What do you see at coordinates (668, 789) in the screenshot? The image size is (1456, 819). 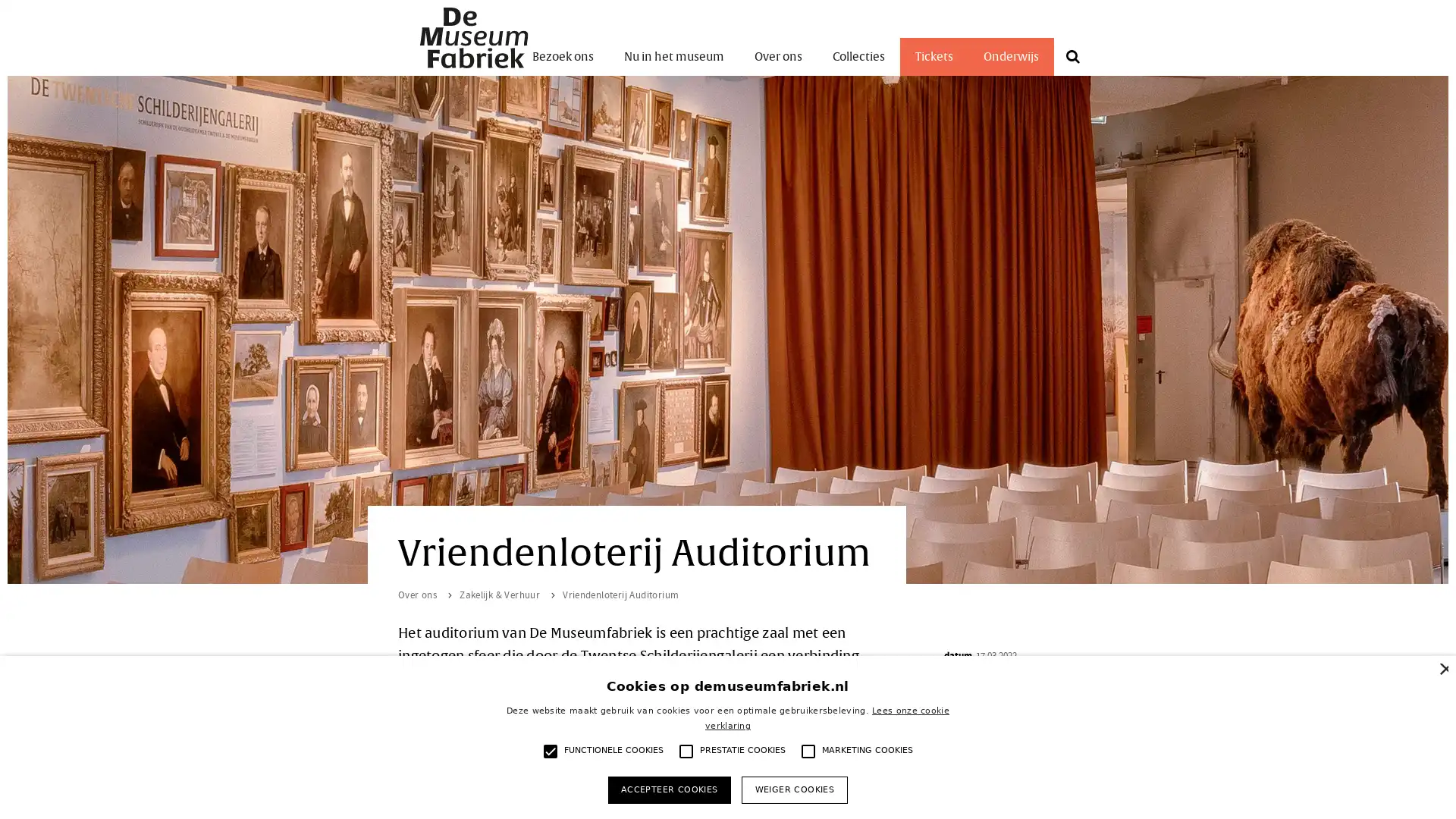 I see `ACCEPTEER COOKIES` at bounding box center [668, 789].